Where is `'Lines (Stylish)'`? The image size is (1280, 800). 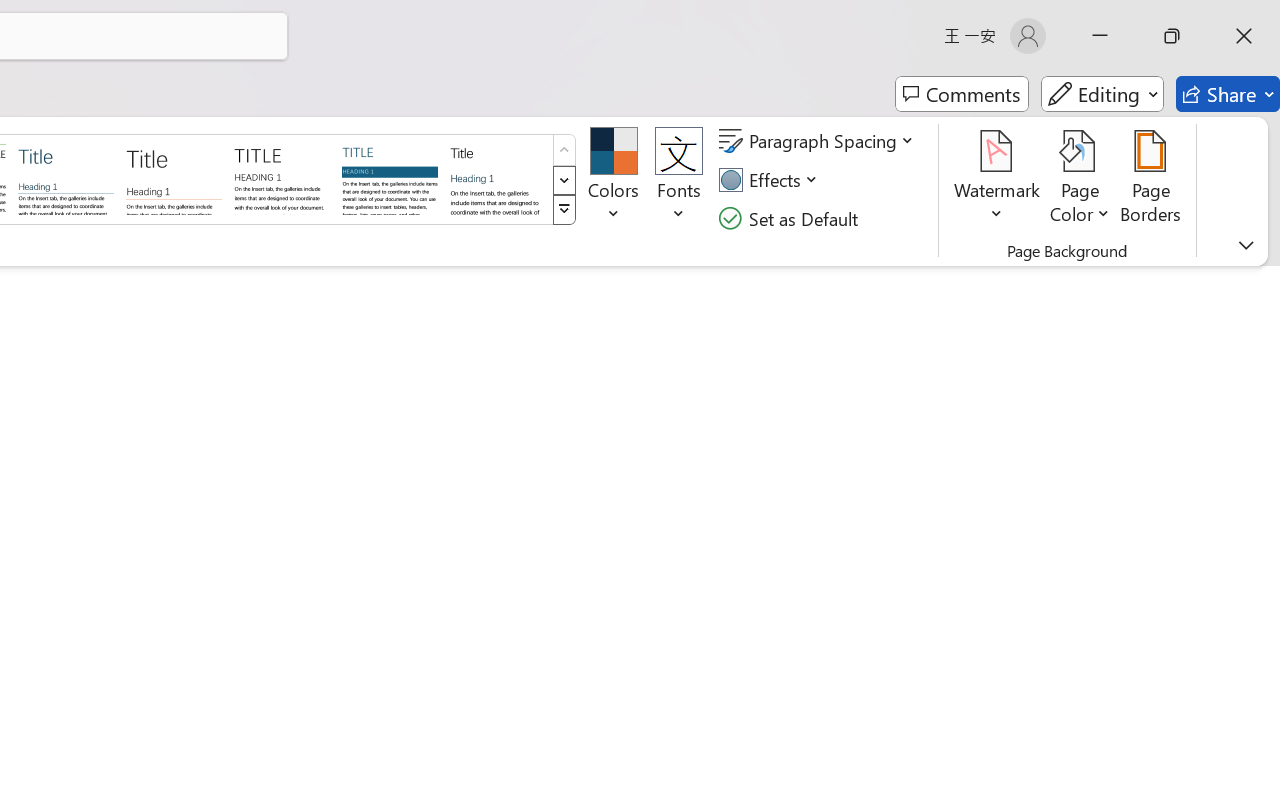
'Lines (Stylish)' is located at coordinates (174, 177).